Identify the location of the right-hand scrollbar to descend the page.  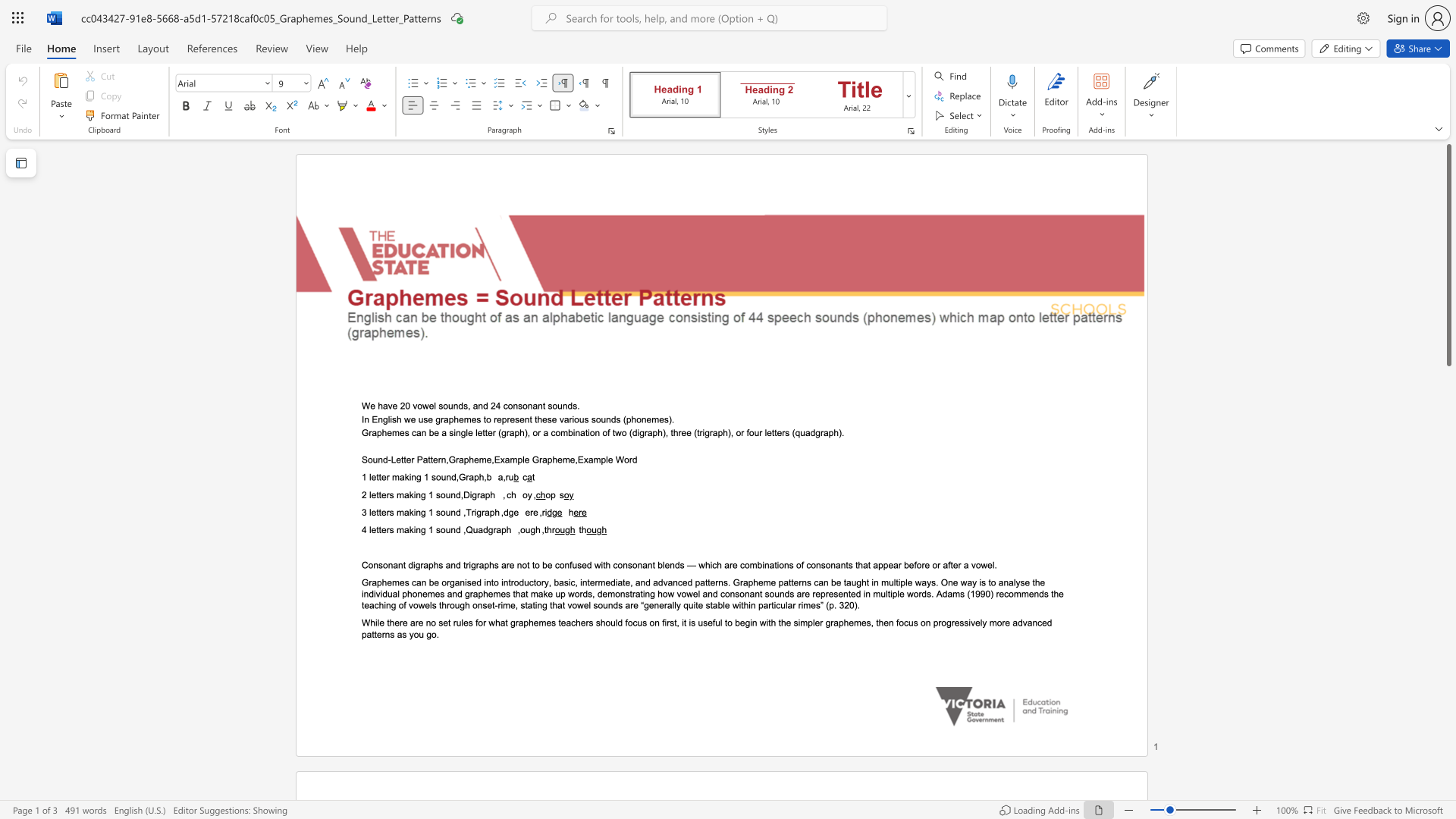
(1448, 751).